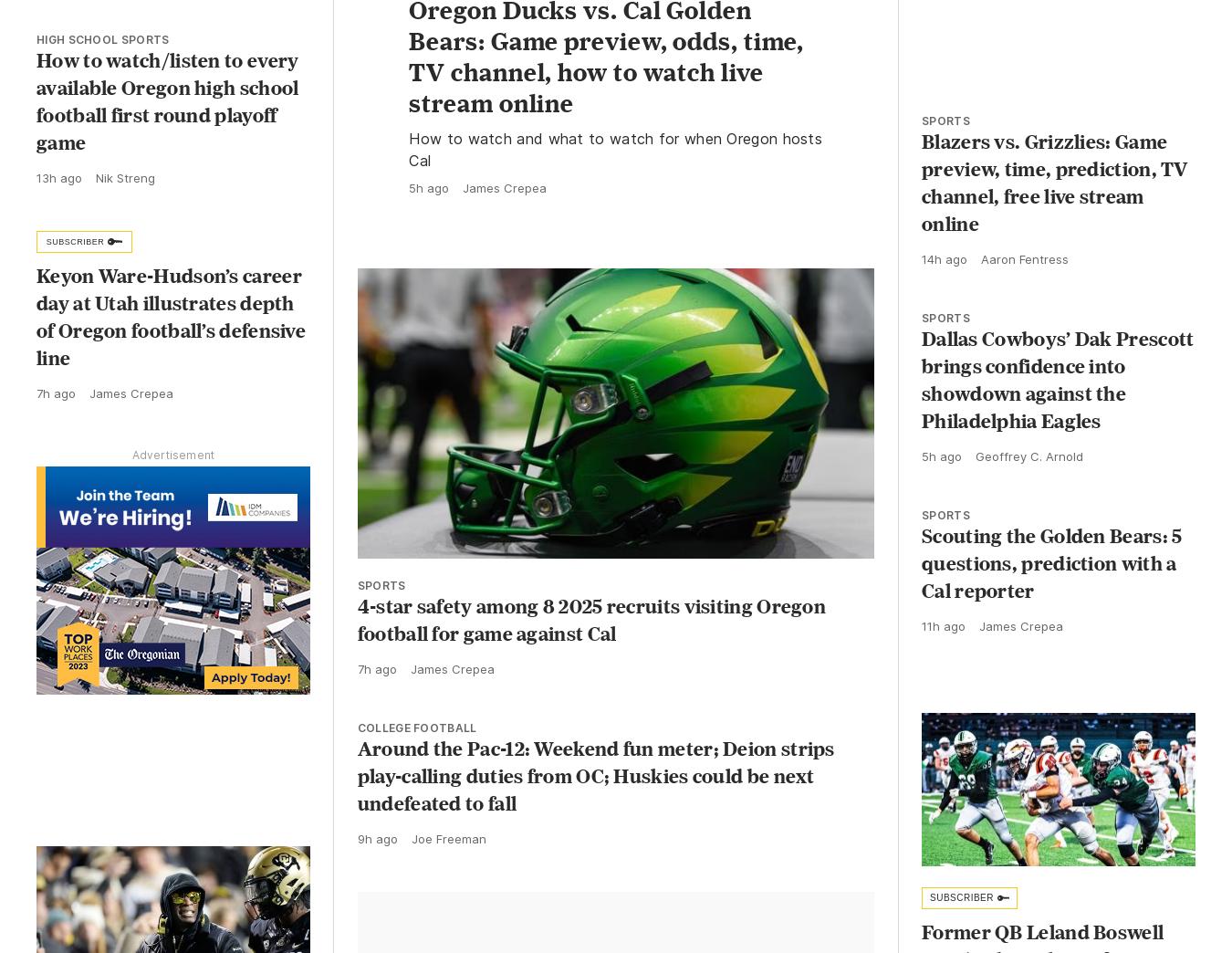 The width and height of the screenshot is (1232, 953). What do you see at coordinates (1056, 394) in the screenshot?
I see `'Dallas Cowboys’ Dak Prescott brings confidence into showdown against the Philadelphia Eagles'` at bounding box center [1056, 394].